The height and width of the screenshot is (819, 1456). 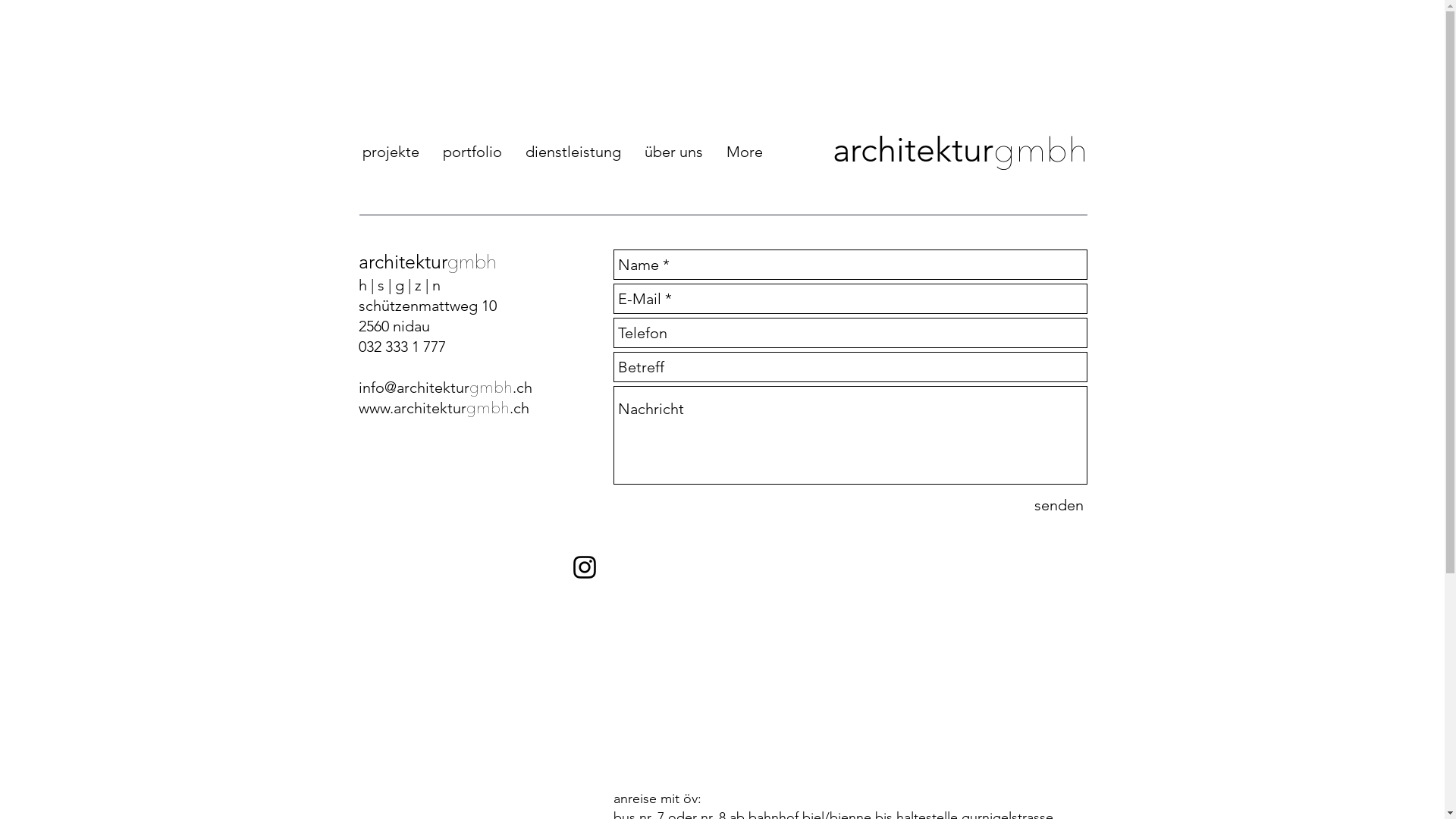 I want to click on 'www.architektur', so click(x=411, y=406).